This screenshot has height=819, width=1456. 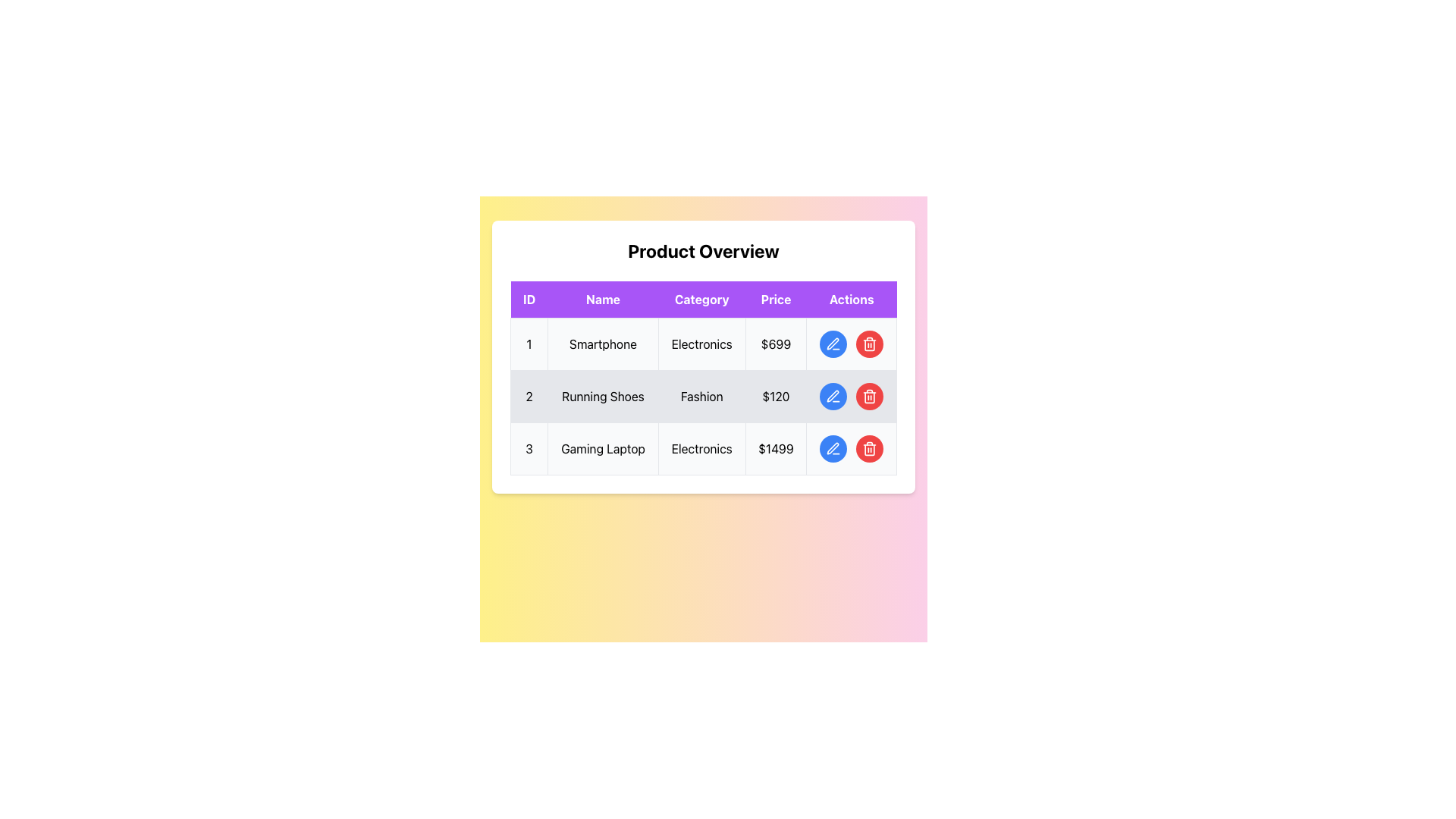 What do you see at coordinates (833, 396) in the screenshot?
I see `the 'Edit' button in the 'Actions' column of the second row of the table` at bounding box center [833, 396].